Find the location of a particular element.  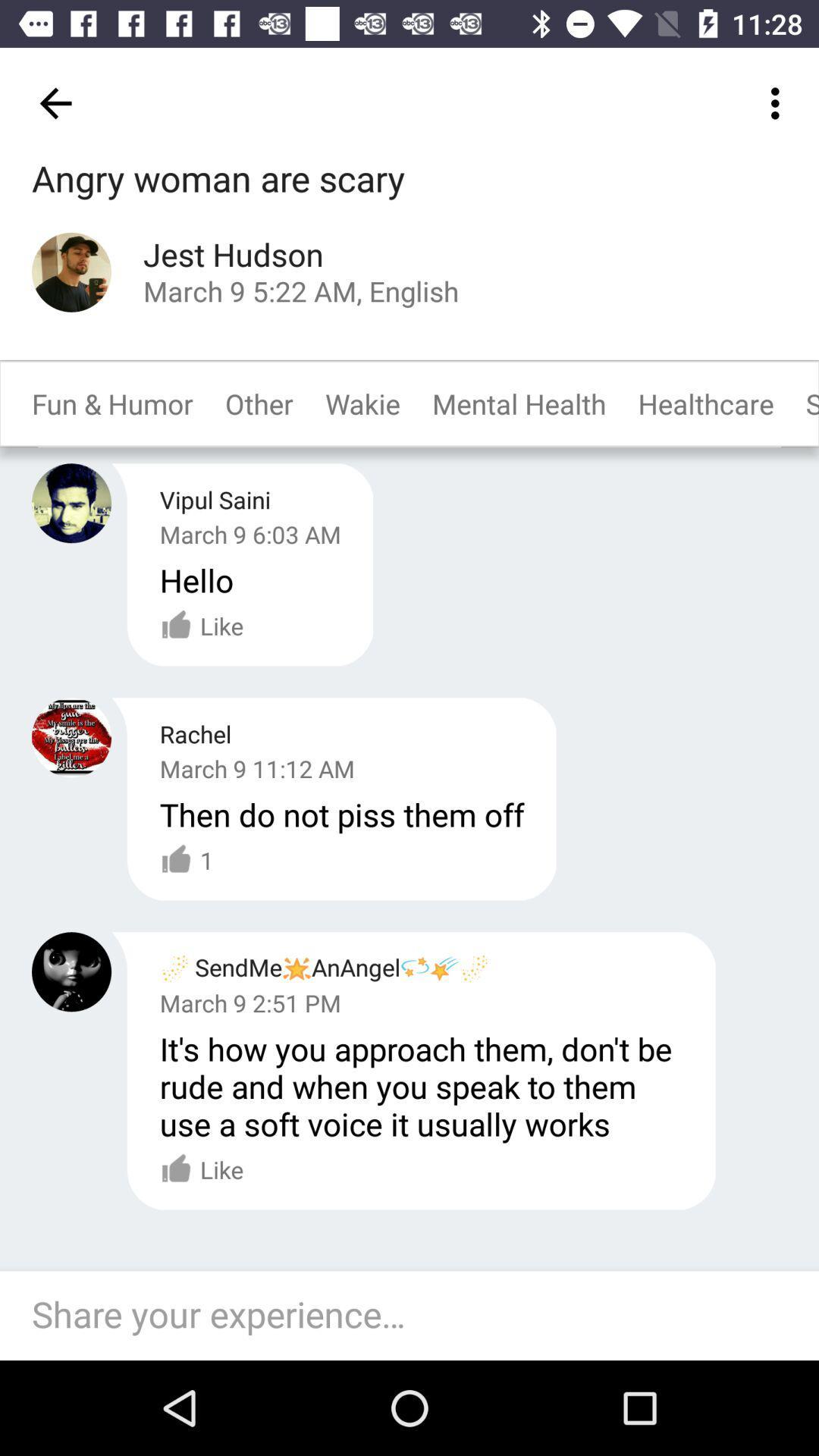

the item below the march 9 11 icon is located at coordinates (186, 860).